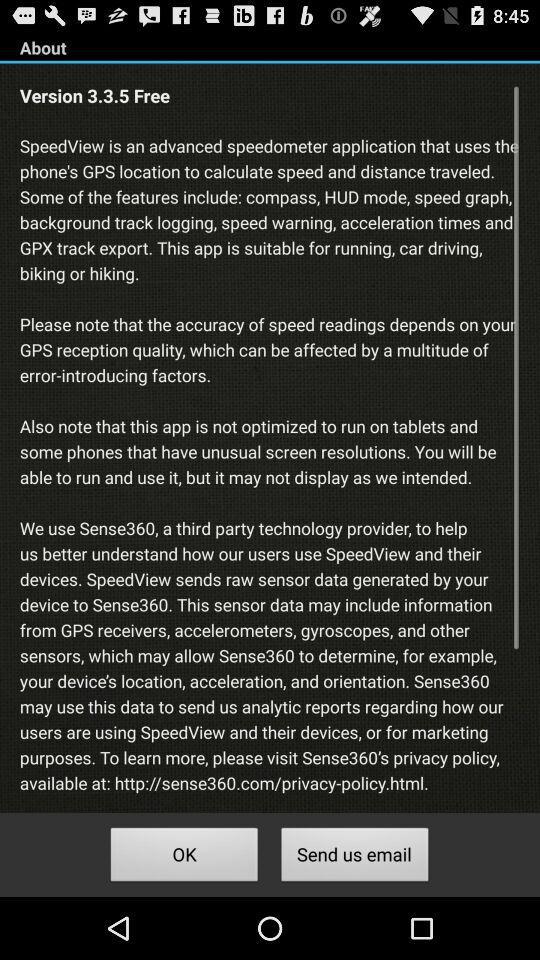 The width and height of the screenshot is (540, 960). Describe the element at coordinates (184, 856) in the screenshot. I see `the item to the left of the send us email button` at that location.